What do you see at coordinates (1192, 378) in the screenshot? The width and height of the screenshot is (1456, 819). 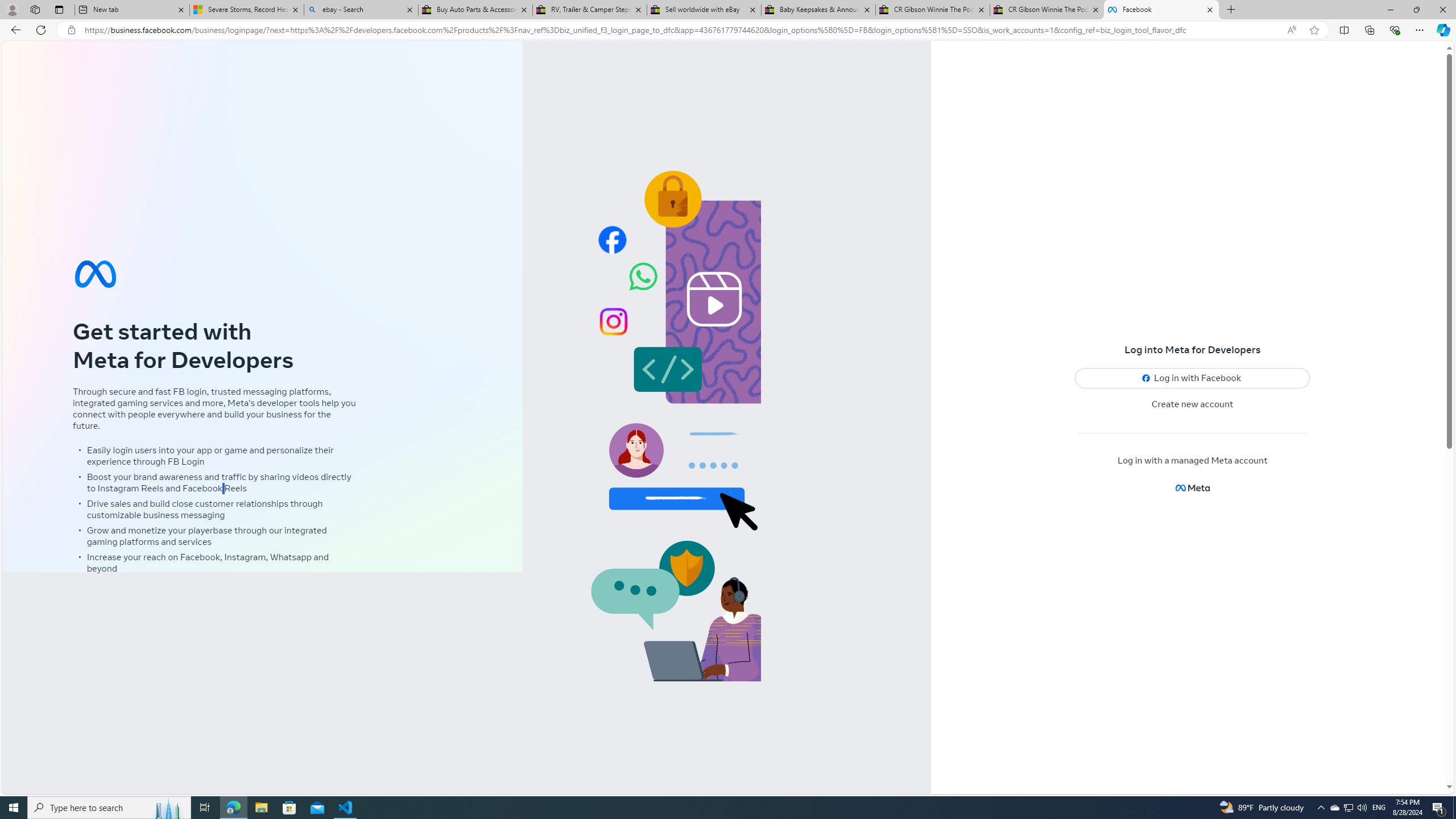 I see `'Log in with Facebook'` at bounding box center [1192, 378].